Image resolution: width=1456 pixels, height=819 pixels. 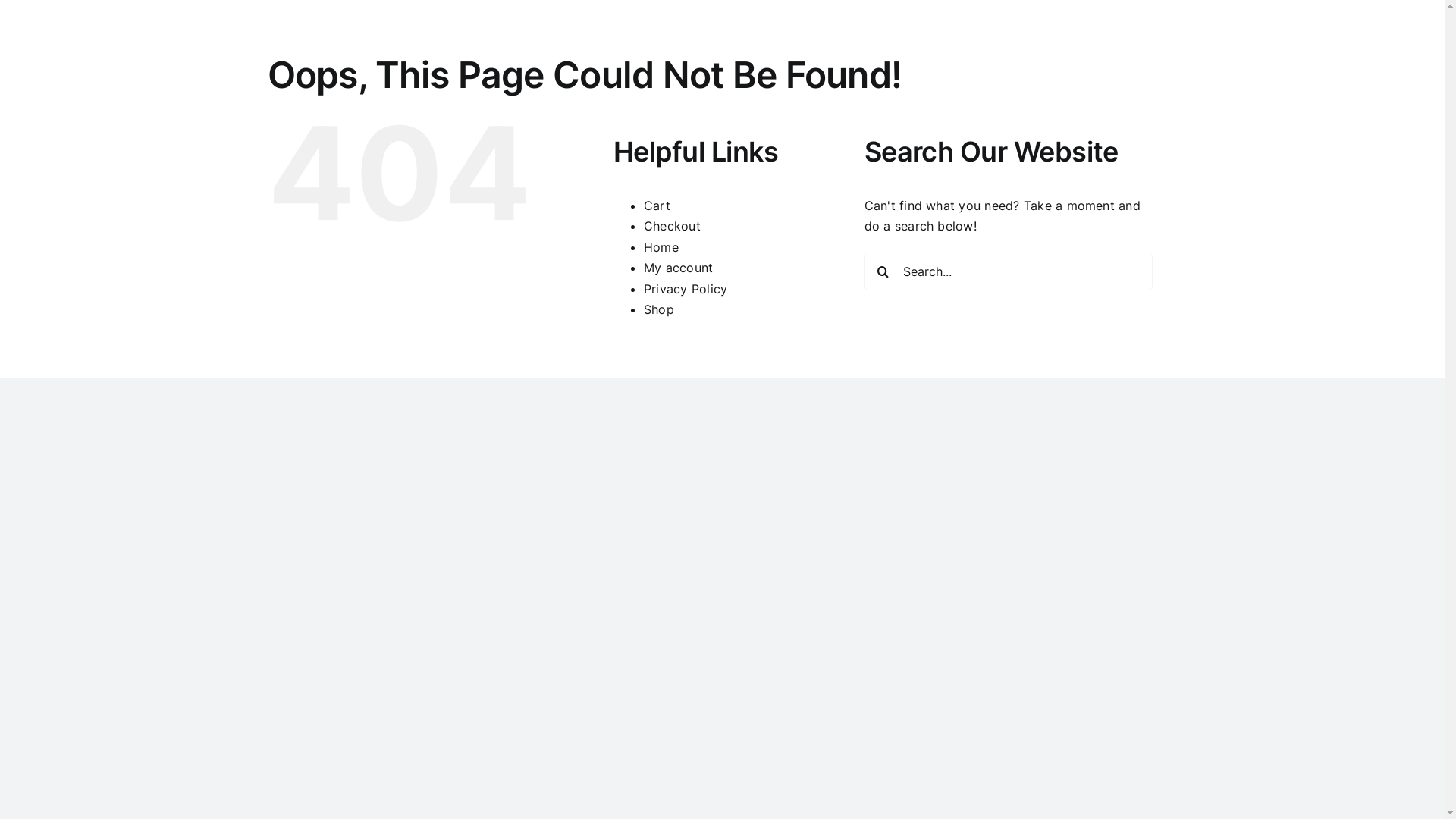 What do you see at coordinates (644, 246) in the screenshot?
I see `'Home'` at bounding box center [644, 246].